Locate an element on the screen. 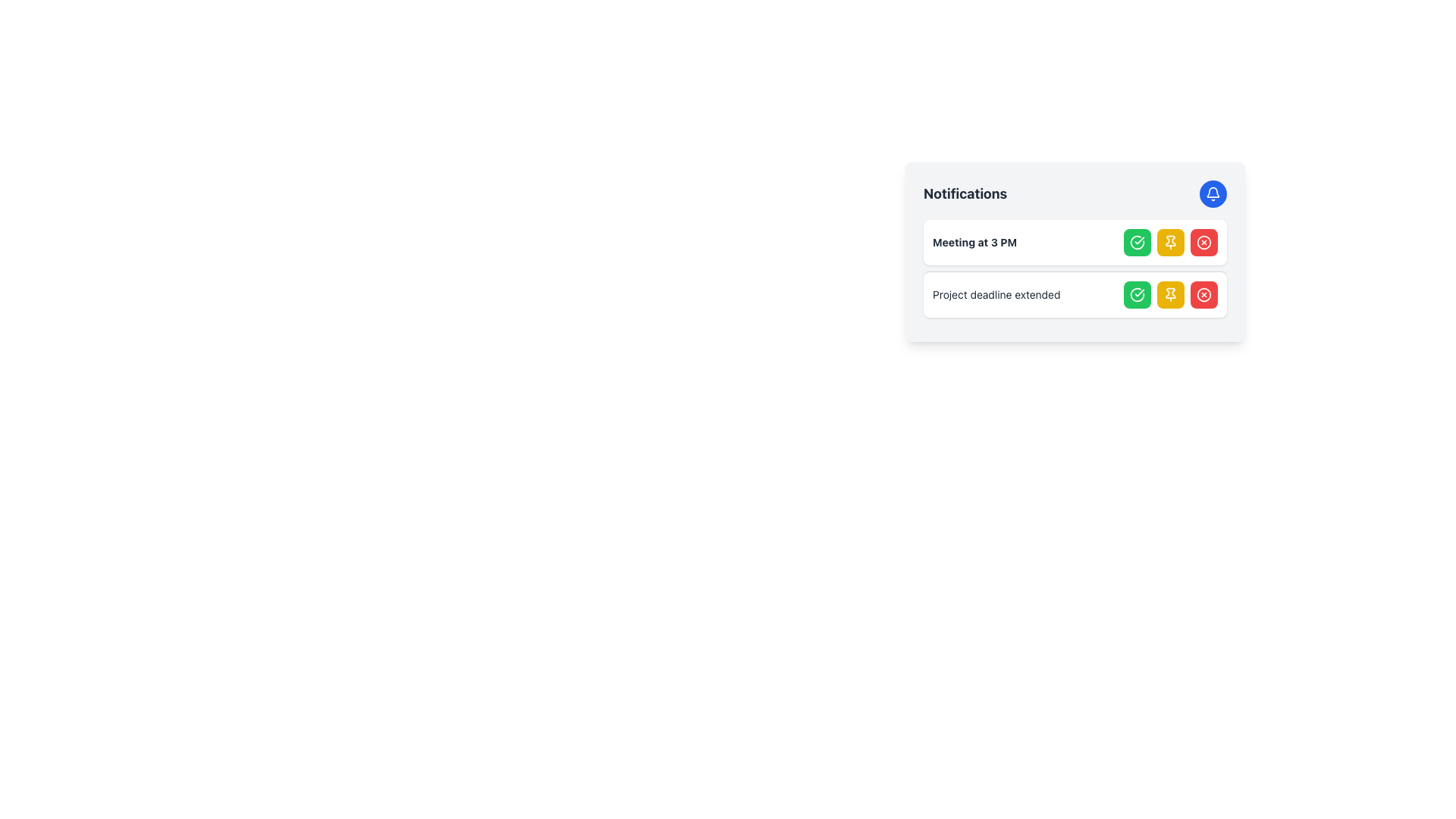 Image resolution: width=1456 pixels, height=819 pixels. the yellow button that serves as a pinning option for the 'Meeting at 3 PM' notification is located at coordinates (1170, 242).